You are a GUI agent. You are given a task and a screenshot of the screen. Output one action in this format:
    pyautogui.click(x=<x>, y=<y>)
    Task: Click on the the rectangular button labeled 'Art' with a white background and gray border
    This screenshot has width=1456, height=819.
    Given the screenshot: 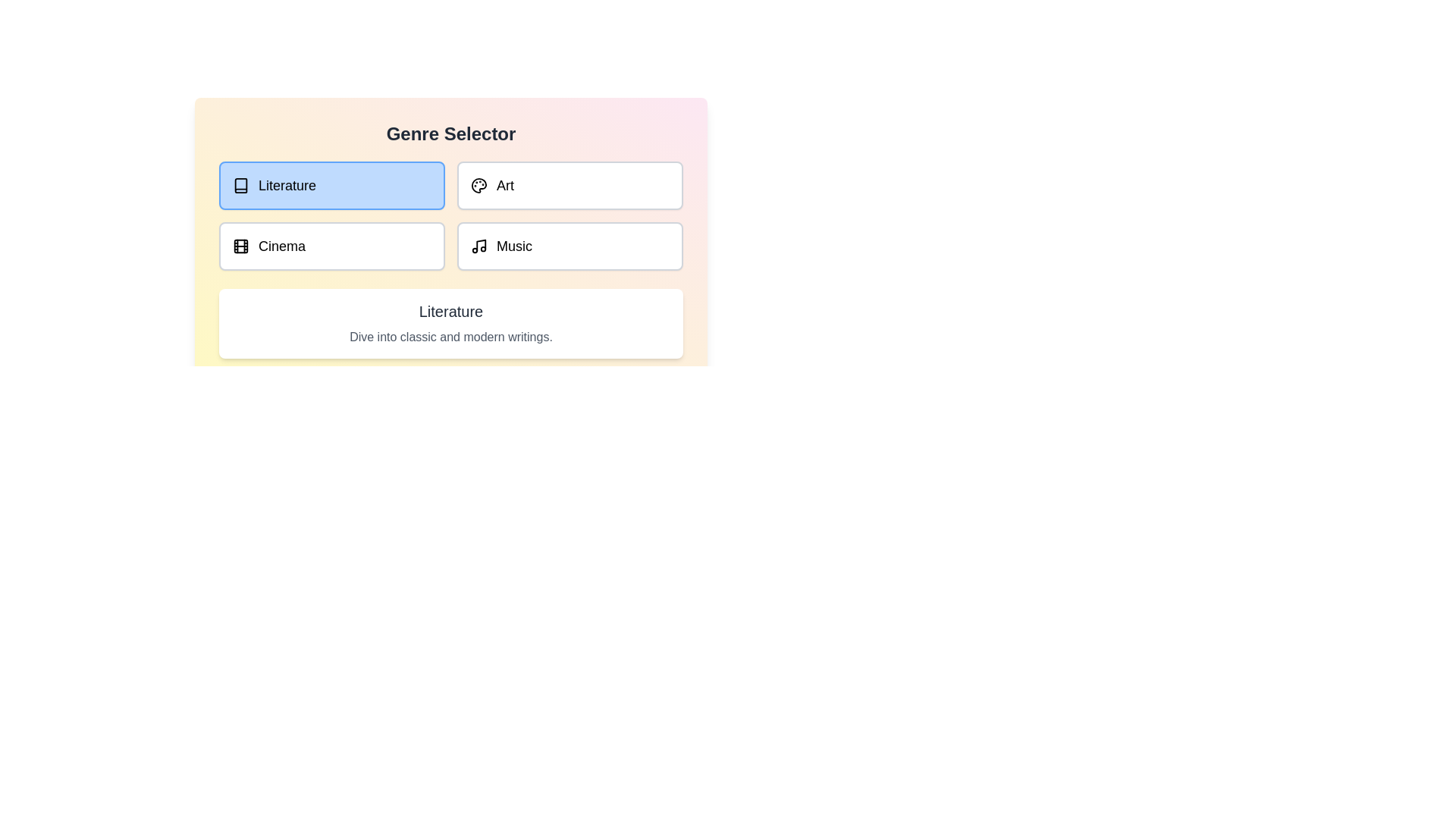 What is the action you would take?
    pyautogui.click(x=570, y=185)
    